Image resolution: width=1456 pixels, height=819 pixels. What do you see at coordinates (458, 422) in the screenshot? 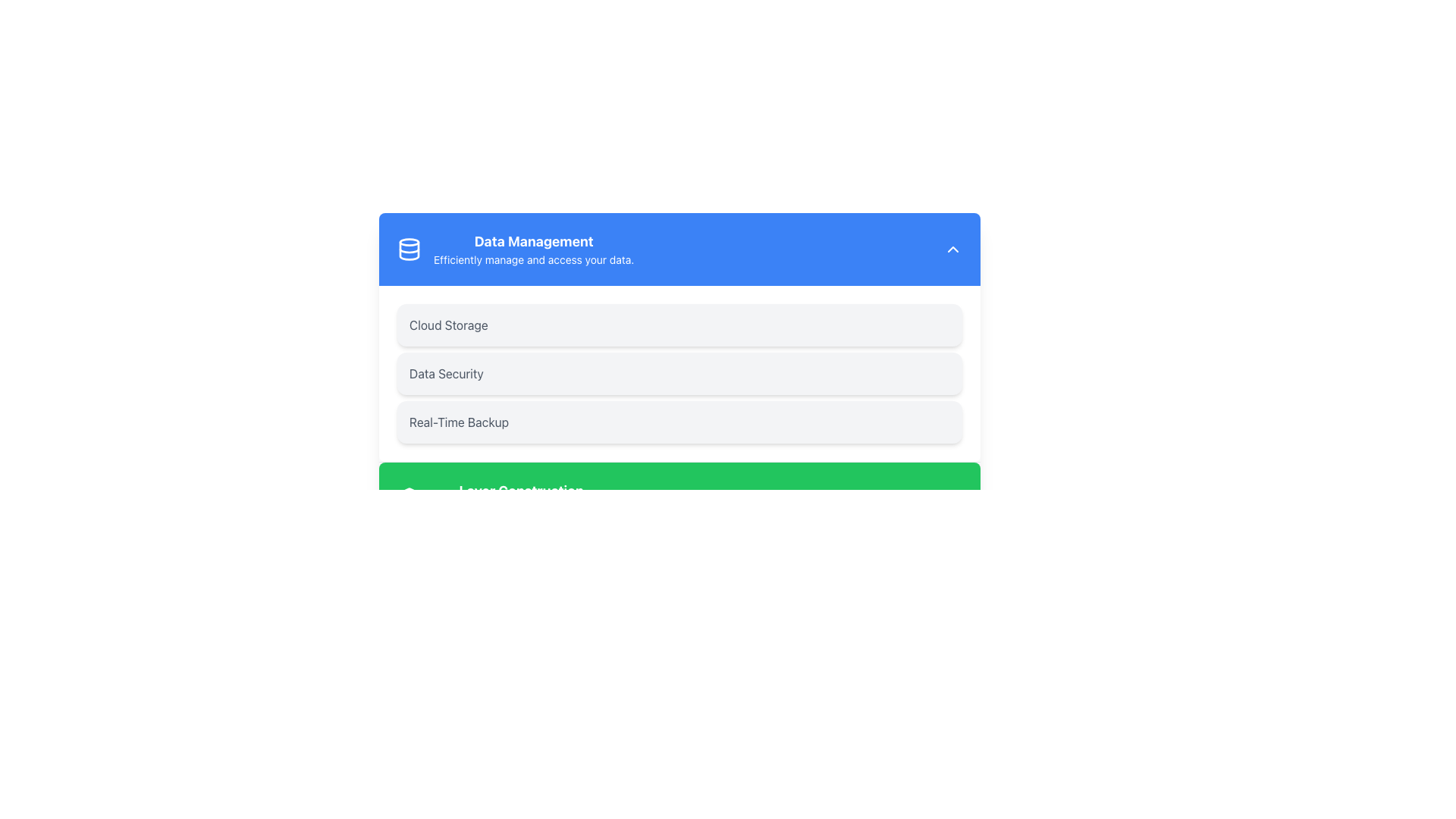
I see `the 'Real-Time Backup' text label, which is styled in gray on a rounded light-gray background, located in the 'Data Management' section` at bounding box center [458, 422].